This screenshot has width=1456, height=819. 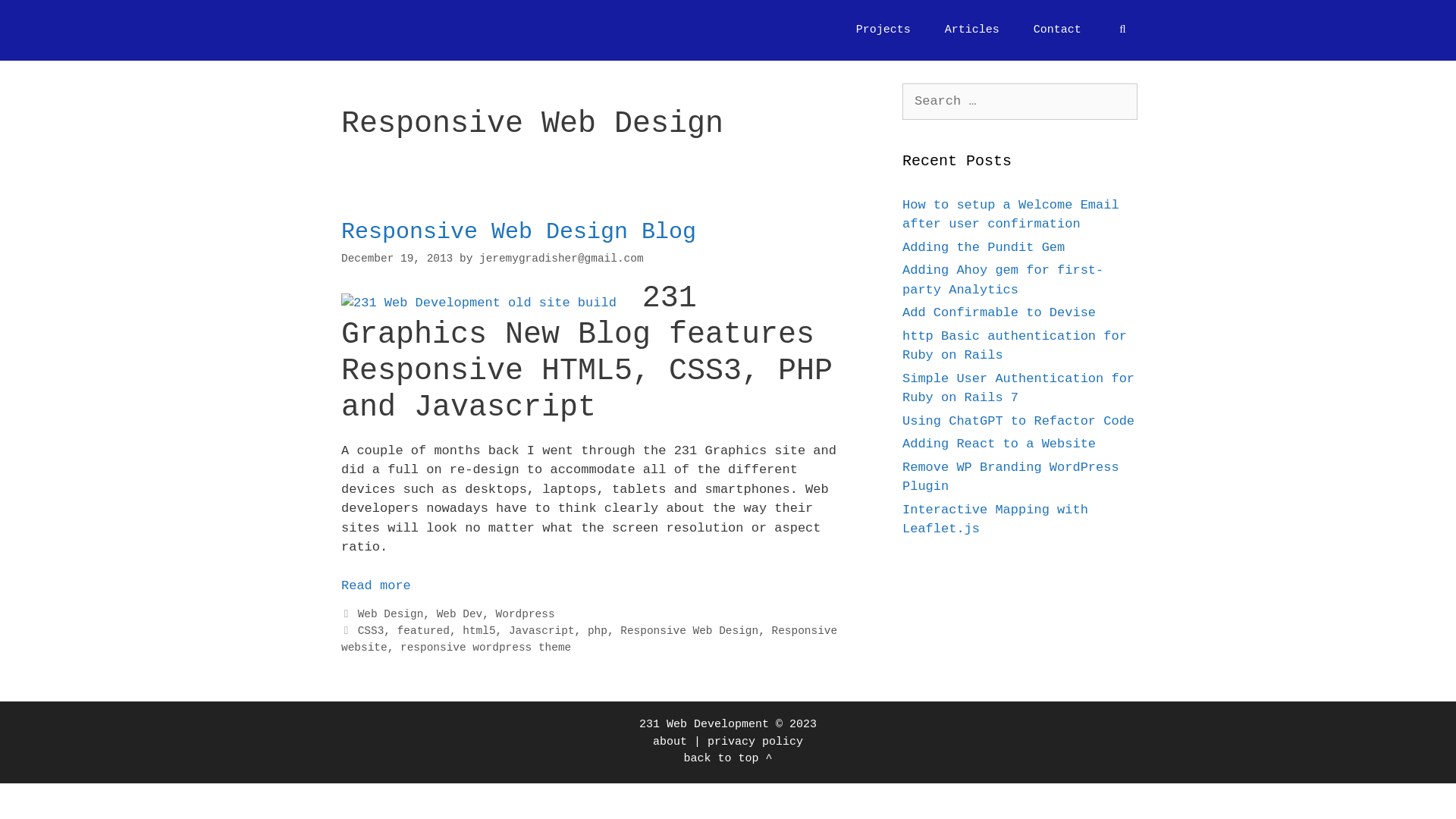 What do you see at coordinates (726, 758) in the screenshot?
I see `'back to top ^'` at bounding box center [726, 758].